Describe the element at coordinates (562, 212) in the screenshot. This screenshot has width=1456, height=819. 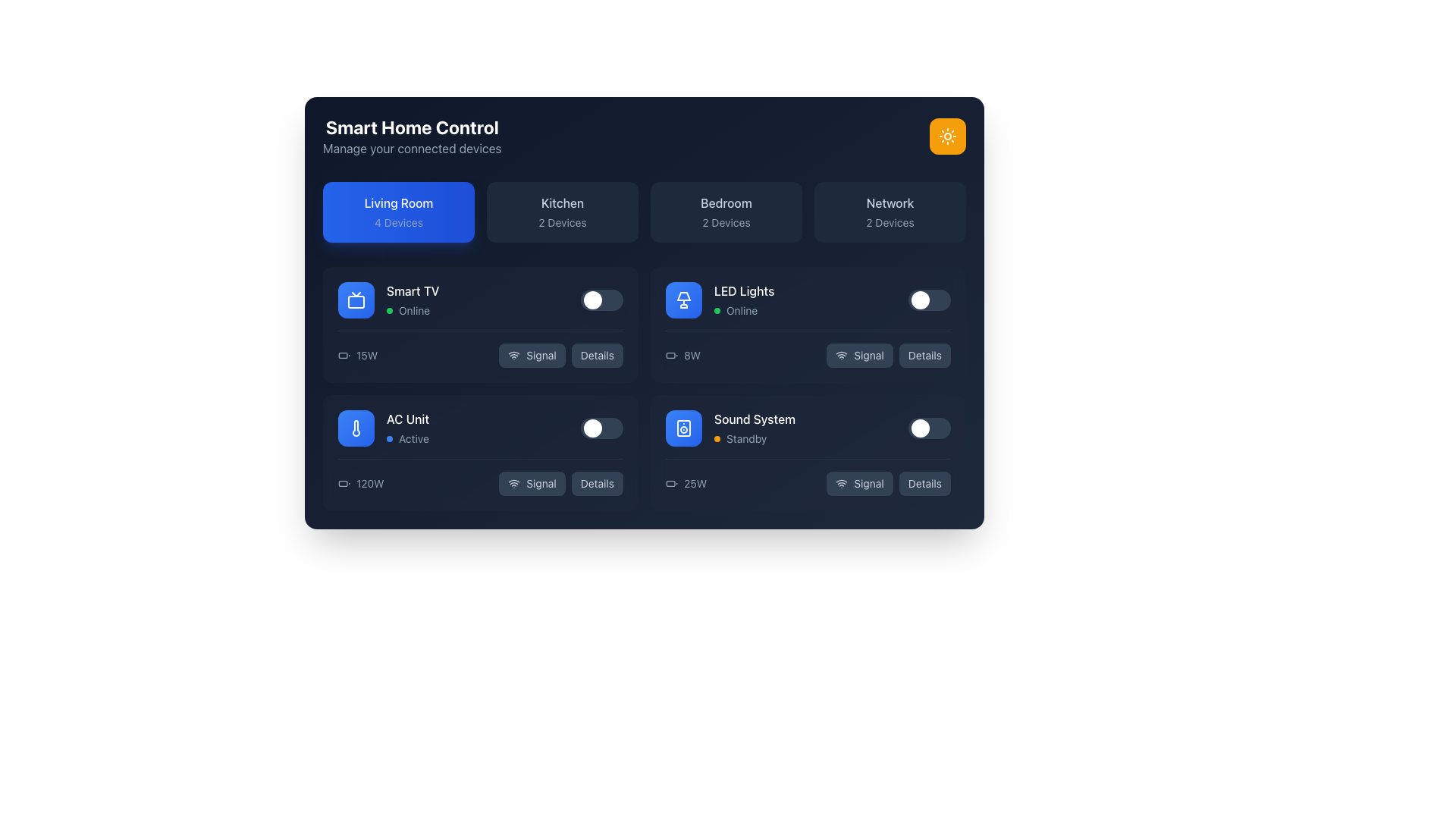
I see `the 'Kitchen' category button, which is the second button in a row of four, located between the 'Living Room' and 'Bedroom' buttons` at that location.